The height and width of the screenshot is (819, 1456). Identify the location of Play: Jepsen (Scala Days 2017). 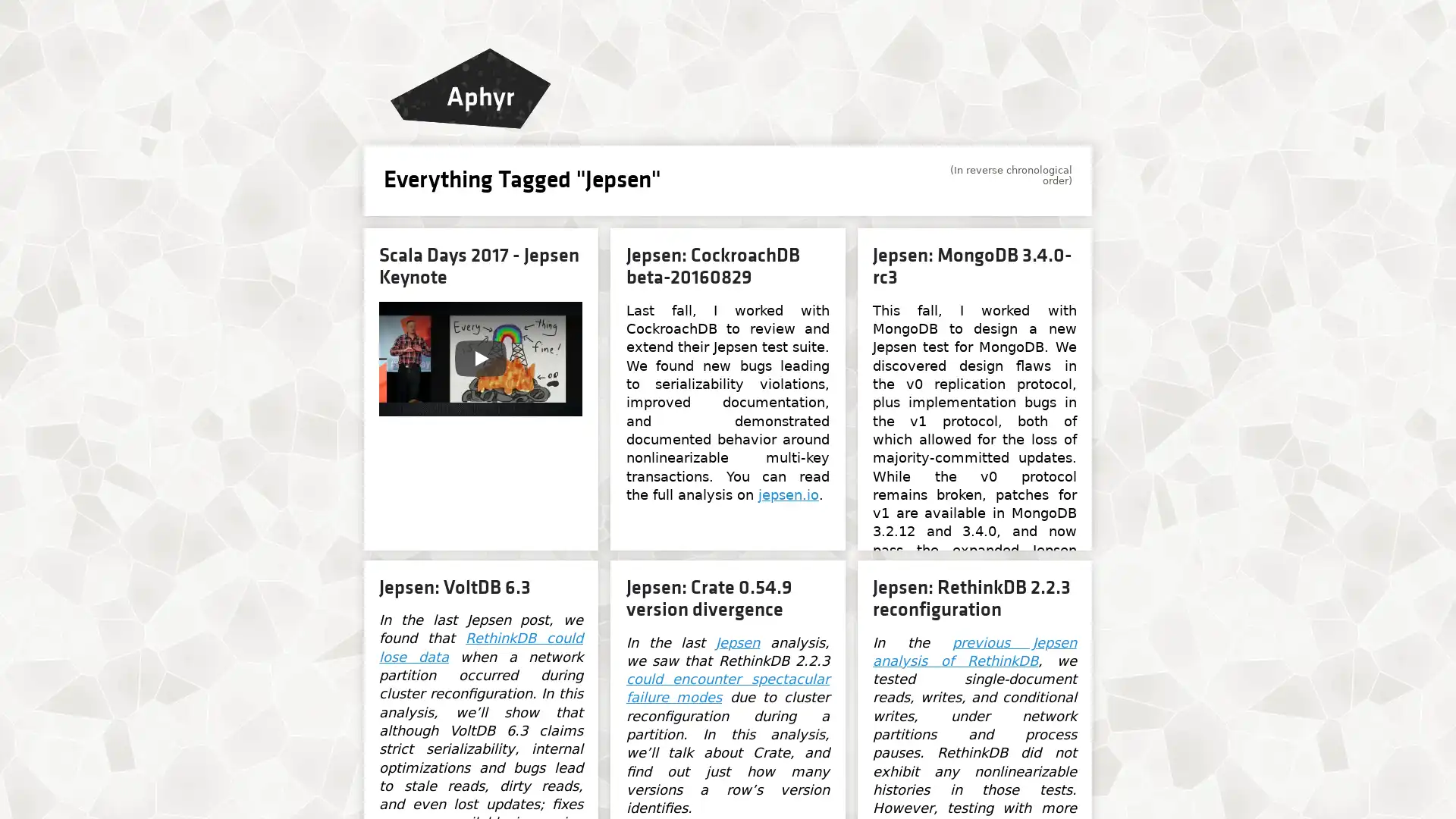
(479, 359).